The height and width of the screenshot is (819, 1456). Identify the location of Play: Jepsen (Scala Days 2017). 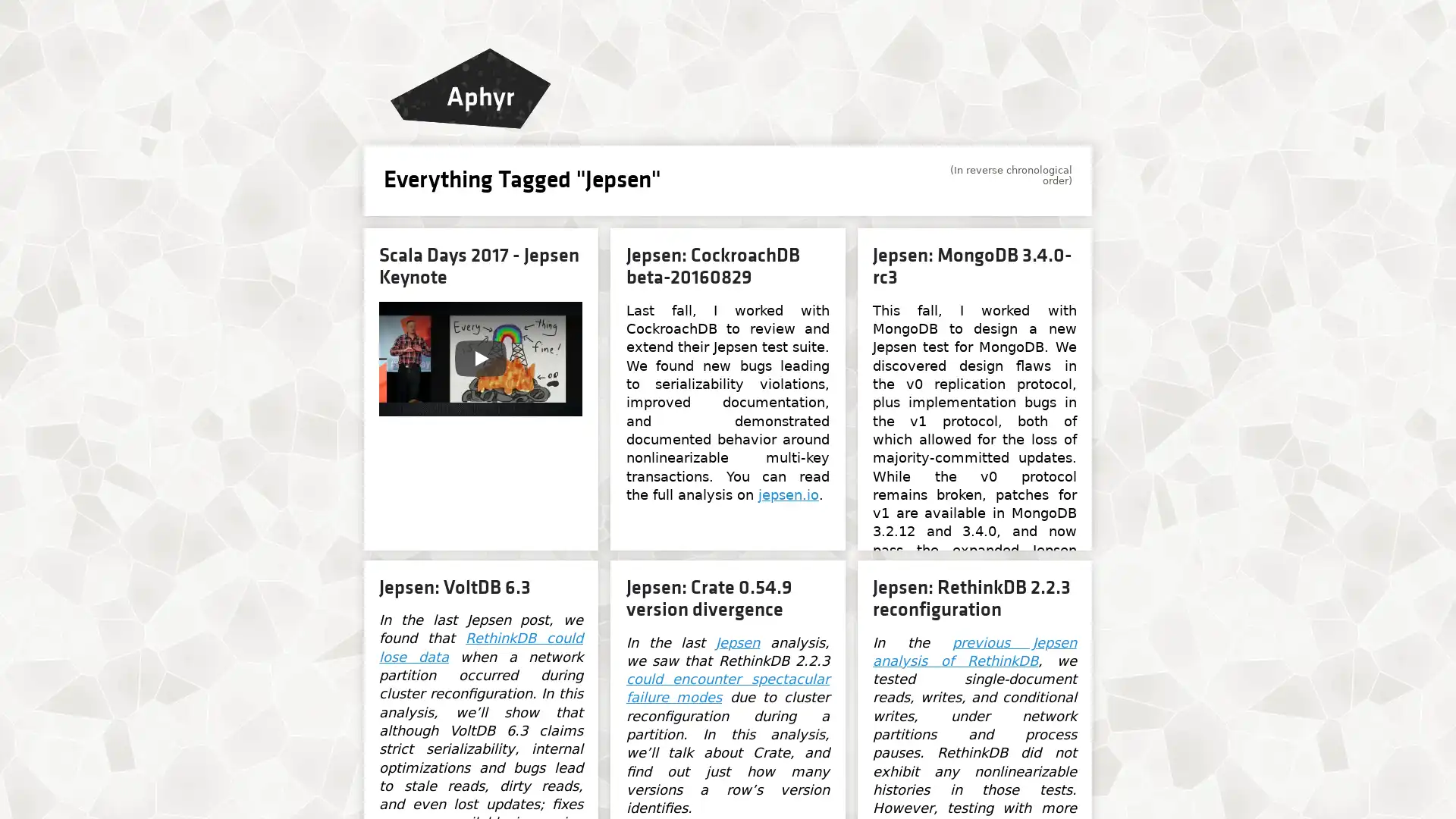
(479, 359).